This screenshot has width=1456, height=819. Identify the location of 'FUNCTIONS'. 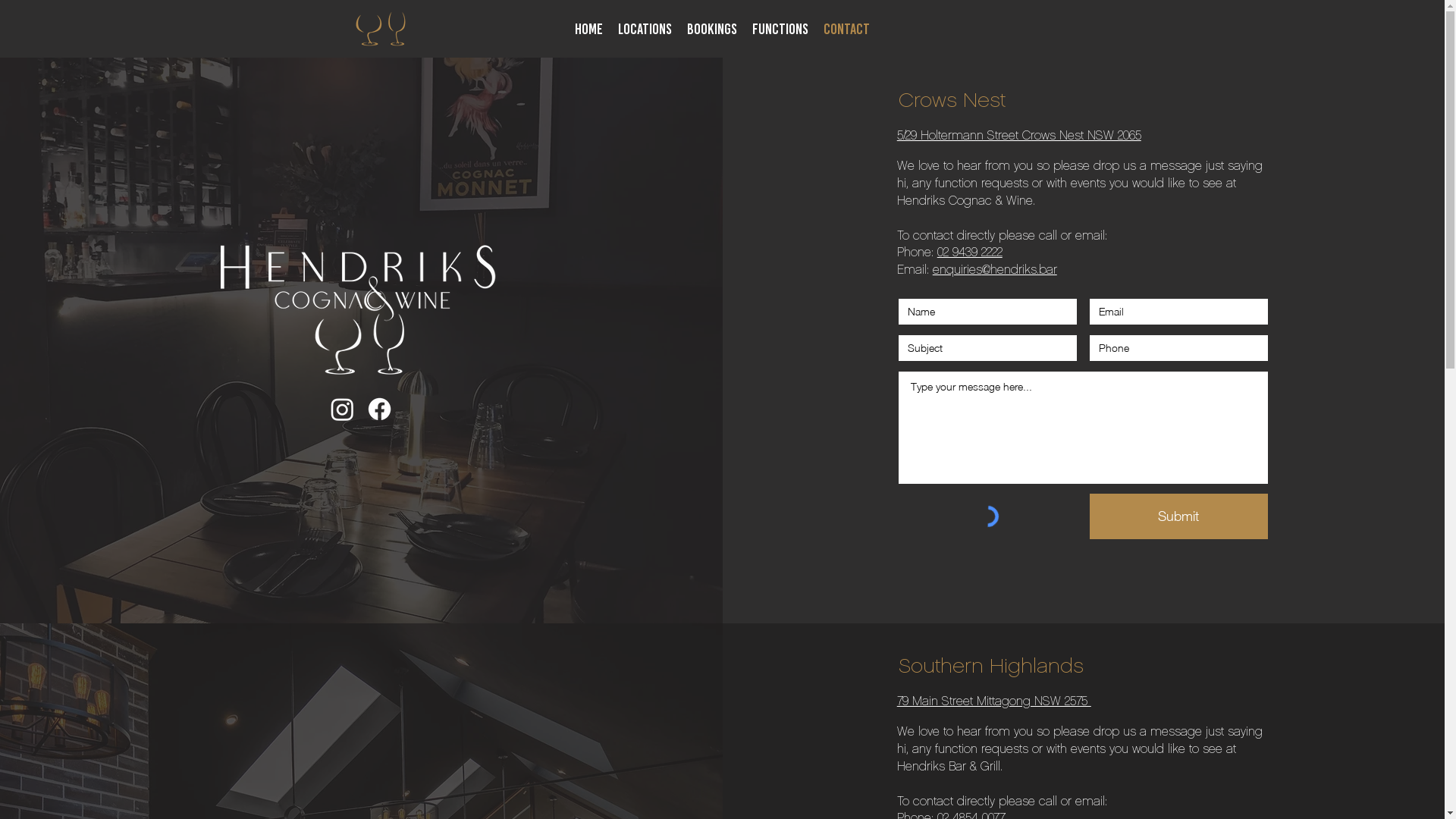
(780, 29).